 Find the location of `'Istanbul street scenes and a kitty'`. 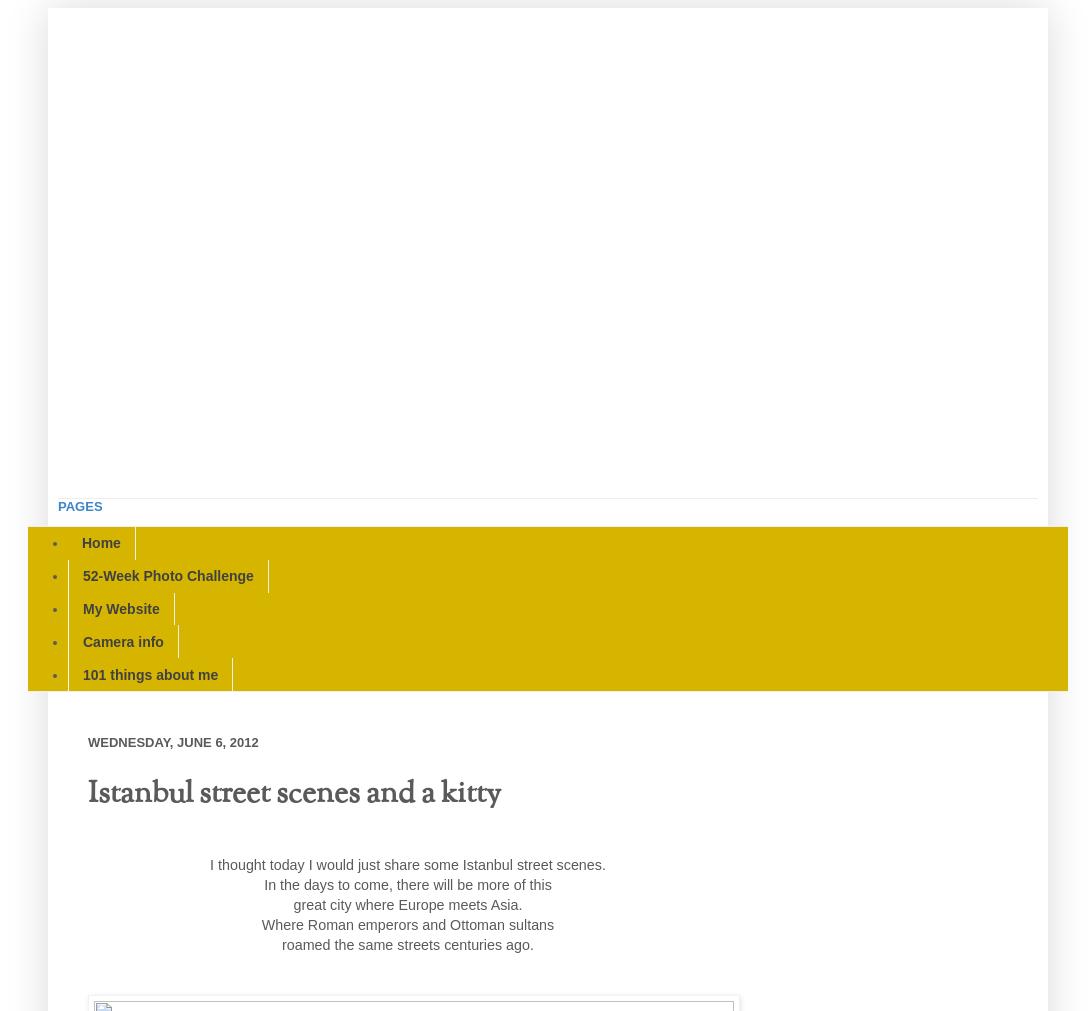

'Istanbul street scenes and a kitty' is located at coordinates (294, 793).